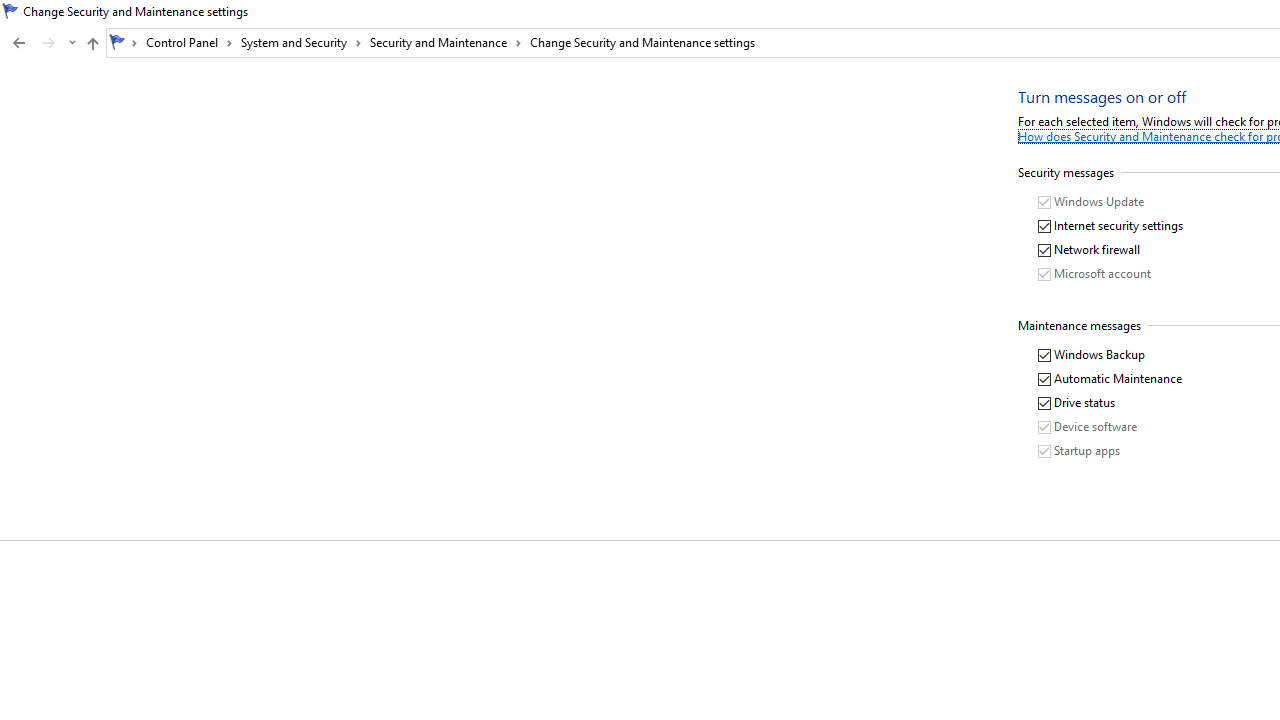 The image size is (1280, 720). Describe the element at coordinates (300, 42) in the screenshot. I see `'System and Security'` at that location.